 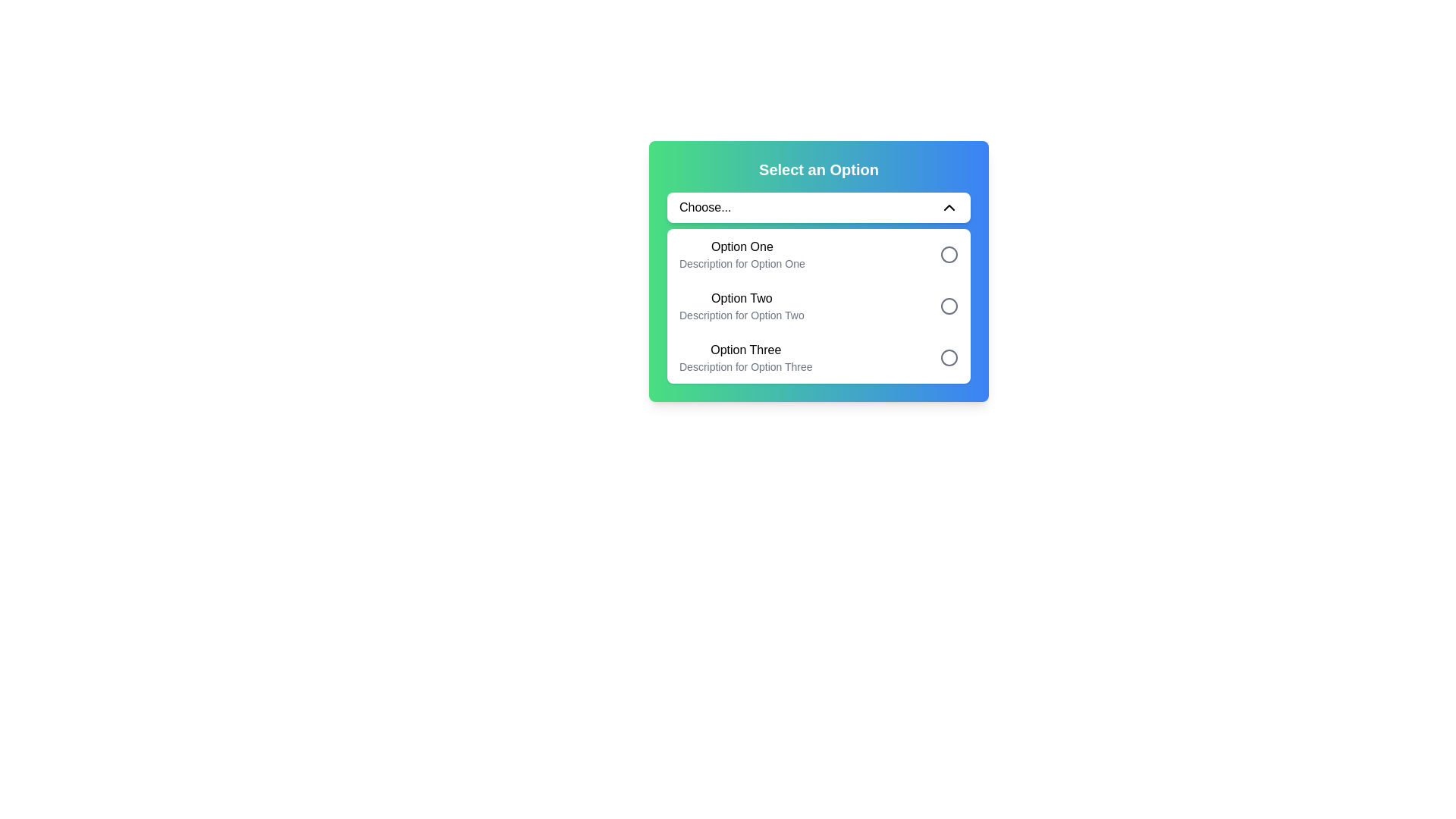 What do you see at coordinates (949, 357) in the screenshot?
I see `the radio button styled as an empty ring with a thin gray border, located under the 'Option Three' label in the dropdown list` at bounding box center [949, 357].